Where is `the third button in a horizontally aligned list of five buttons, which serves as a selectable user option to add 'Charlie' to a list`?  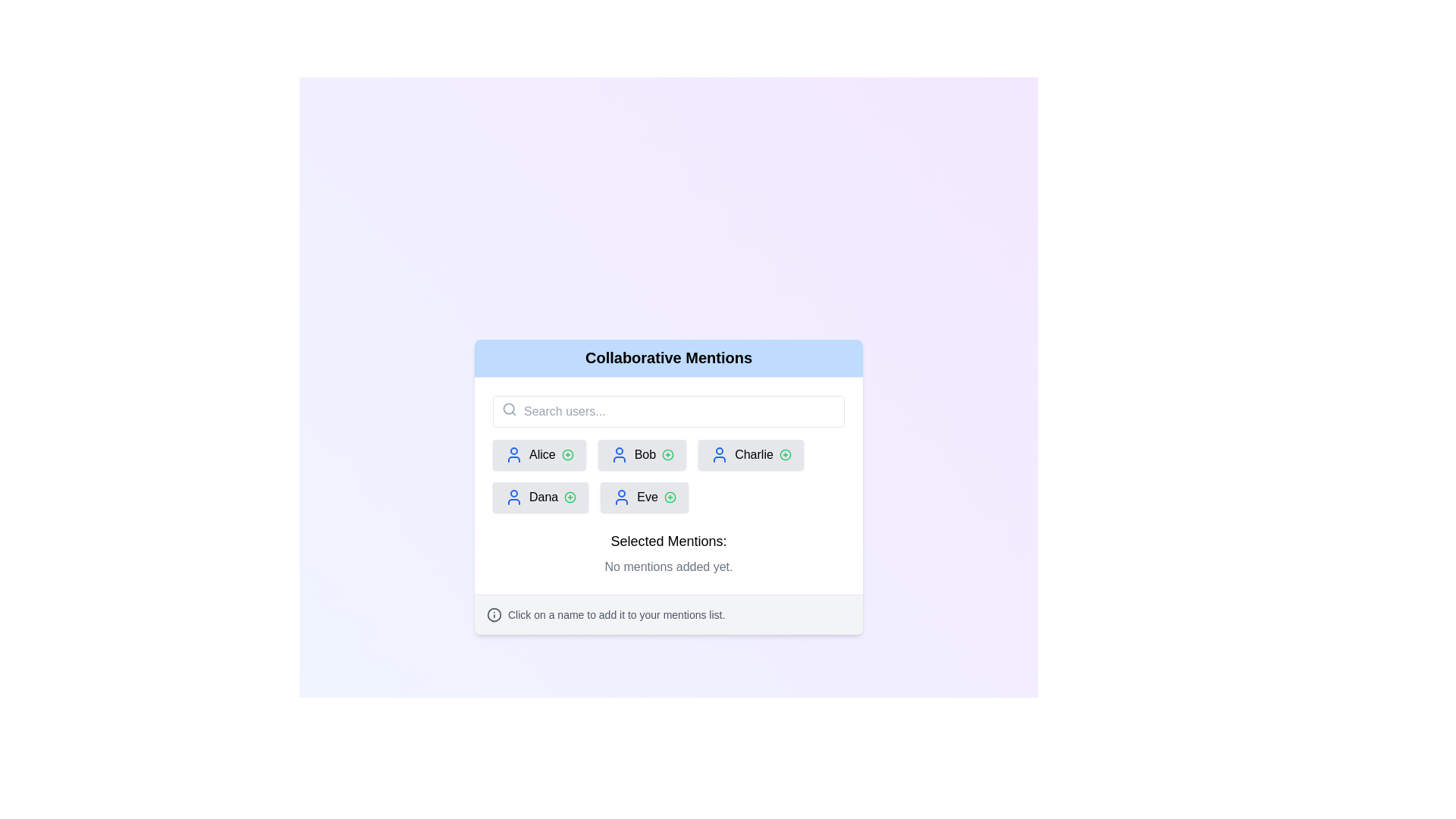
the third button in a horizontally aligned list of five buttons, which serves as a selectable user option to add 'Charlie' to a list is located at coordinates (751, 453).